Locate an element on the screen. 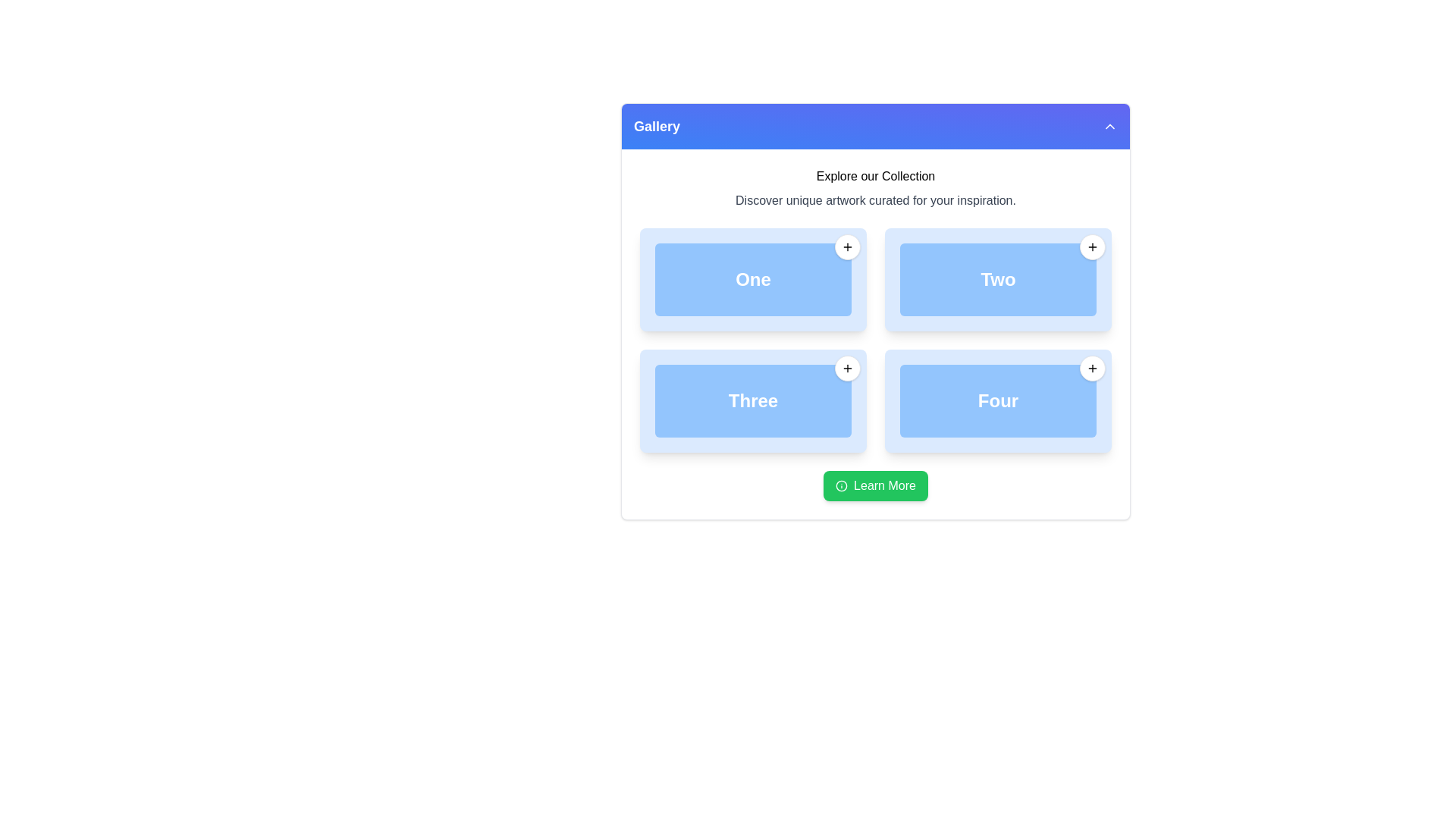 The height and width of the screenshot is (819, 1456). the circular button with a white background and a black plus icon located in the top-right corner of the card labeled 'Four' is located at coordinates (1092, 369).